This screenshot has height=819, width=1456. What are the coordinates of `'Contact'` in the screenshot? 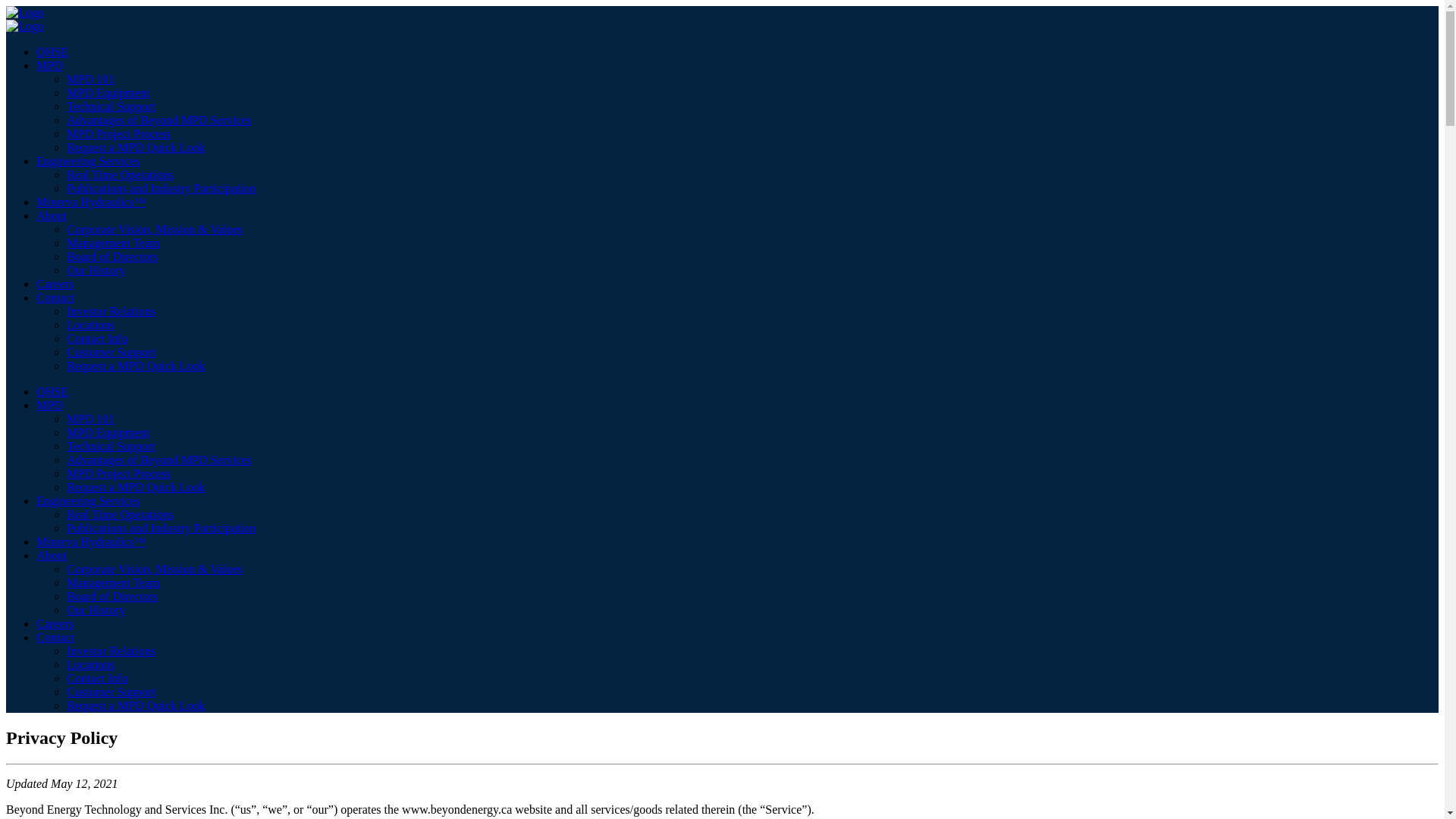 It's located at (55, 297).